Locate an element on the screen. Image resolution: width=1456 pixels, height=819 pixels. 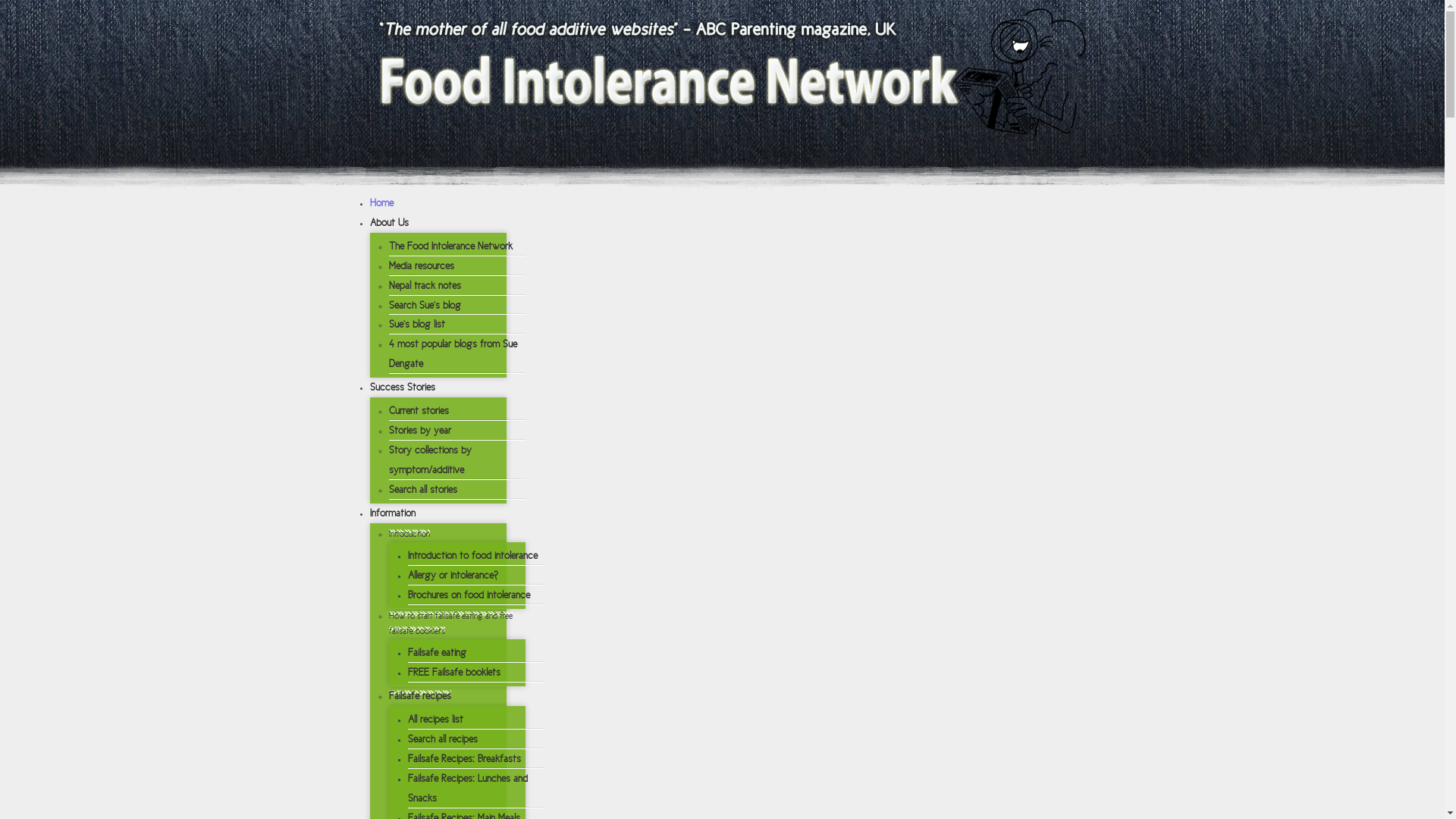
'Story collections by symptom/additive' is located at coordinates (428, 459).